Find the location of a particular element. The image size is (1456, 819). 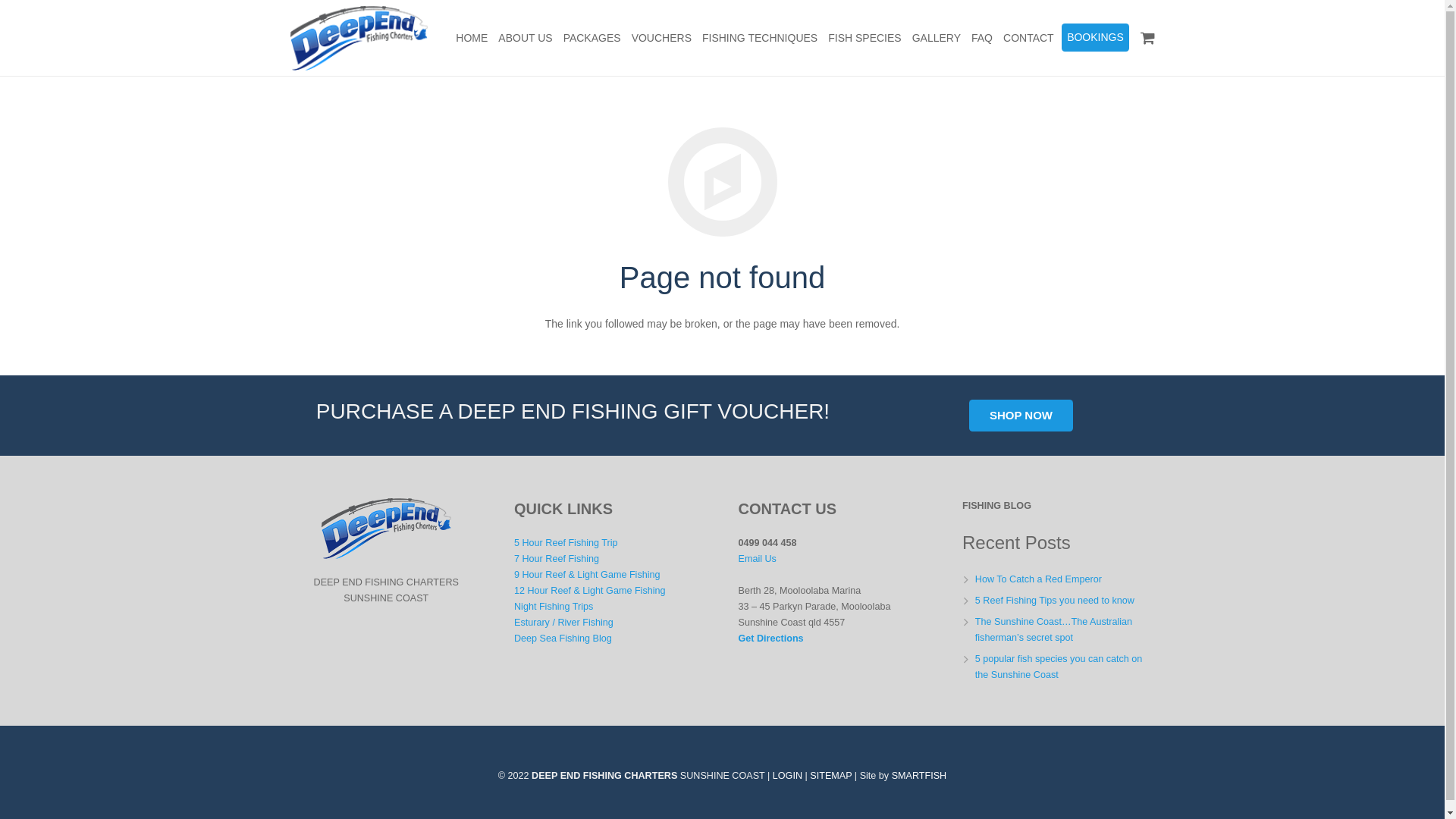

'SHOP NOW' is located at coordinates (1021, 415).